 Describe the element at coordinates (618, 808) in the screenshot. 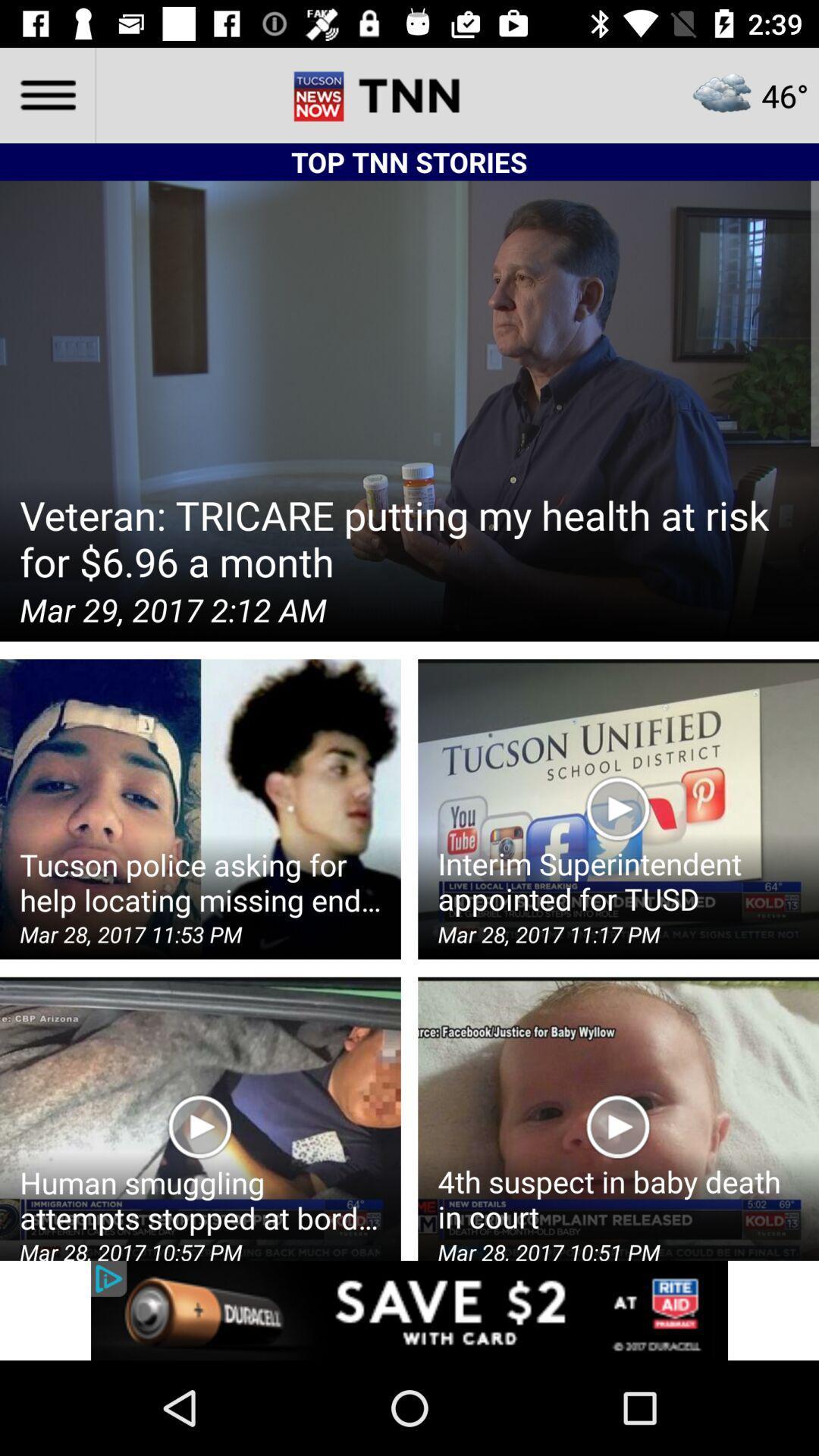

I see `second video in second row from right side` at that location.